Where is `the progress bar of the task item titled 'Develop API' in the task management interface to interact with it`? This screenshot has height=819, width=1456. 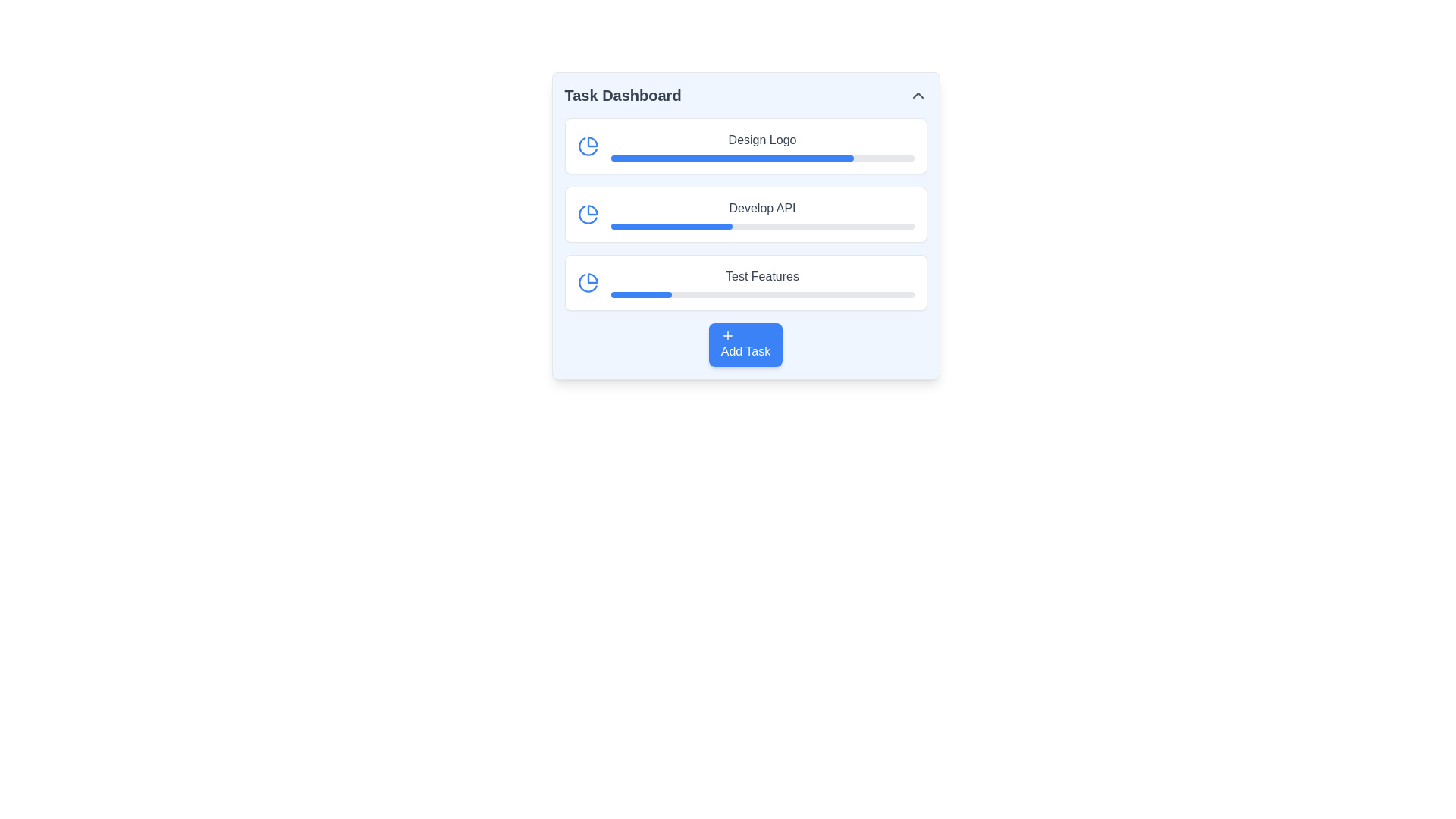
the progress bar of the task item titled 'Develop API' in the task management interface to interact with it is located at coordinates (762, 214).